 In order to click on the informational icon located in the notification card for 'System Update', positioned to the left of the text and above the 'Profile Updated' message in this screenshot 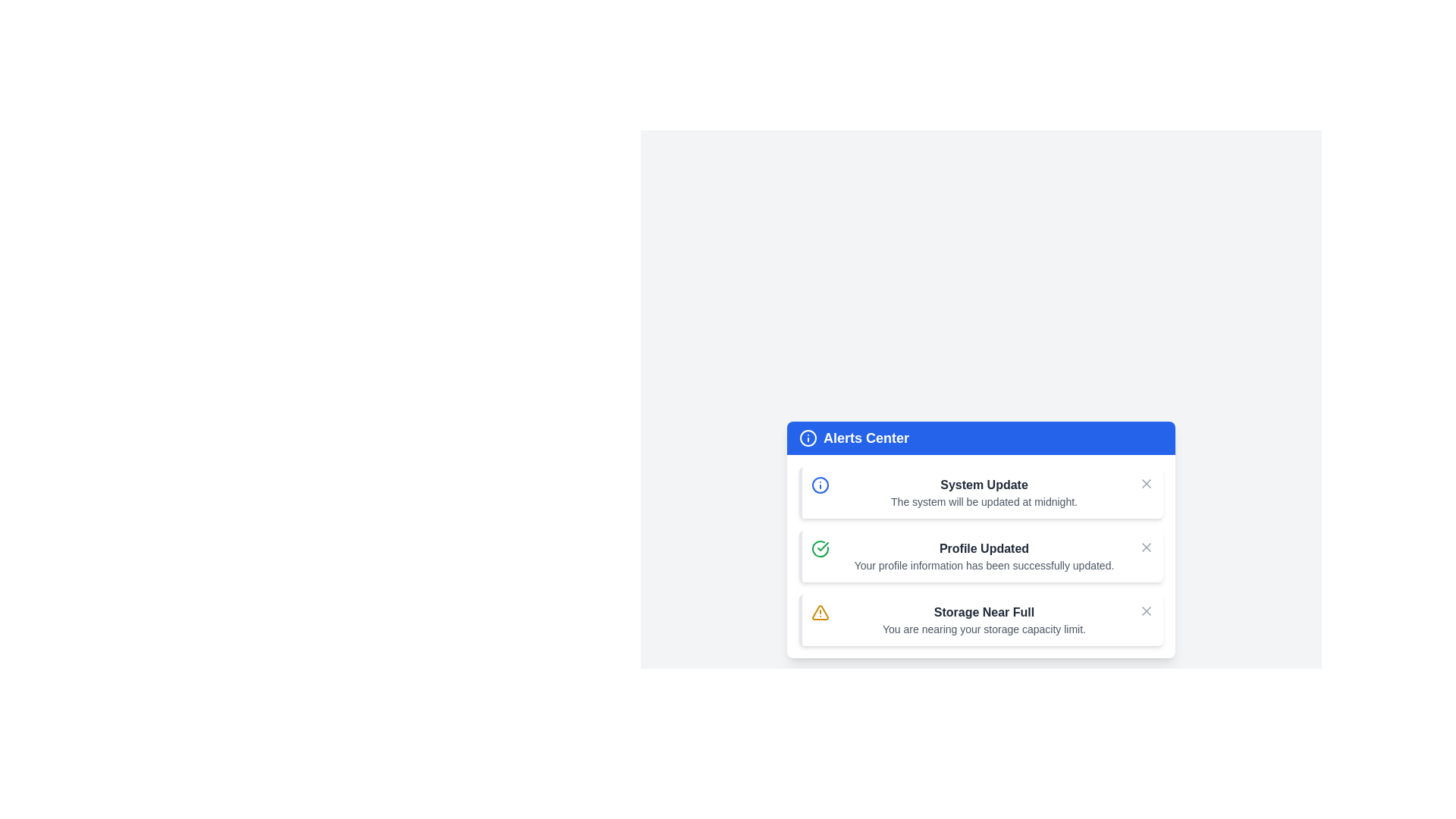, I will do `click(819, 485)`.